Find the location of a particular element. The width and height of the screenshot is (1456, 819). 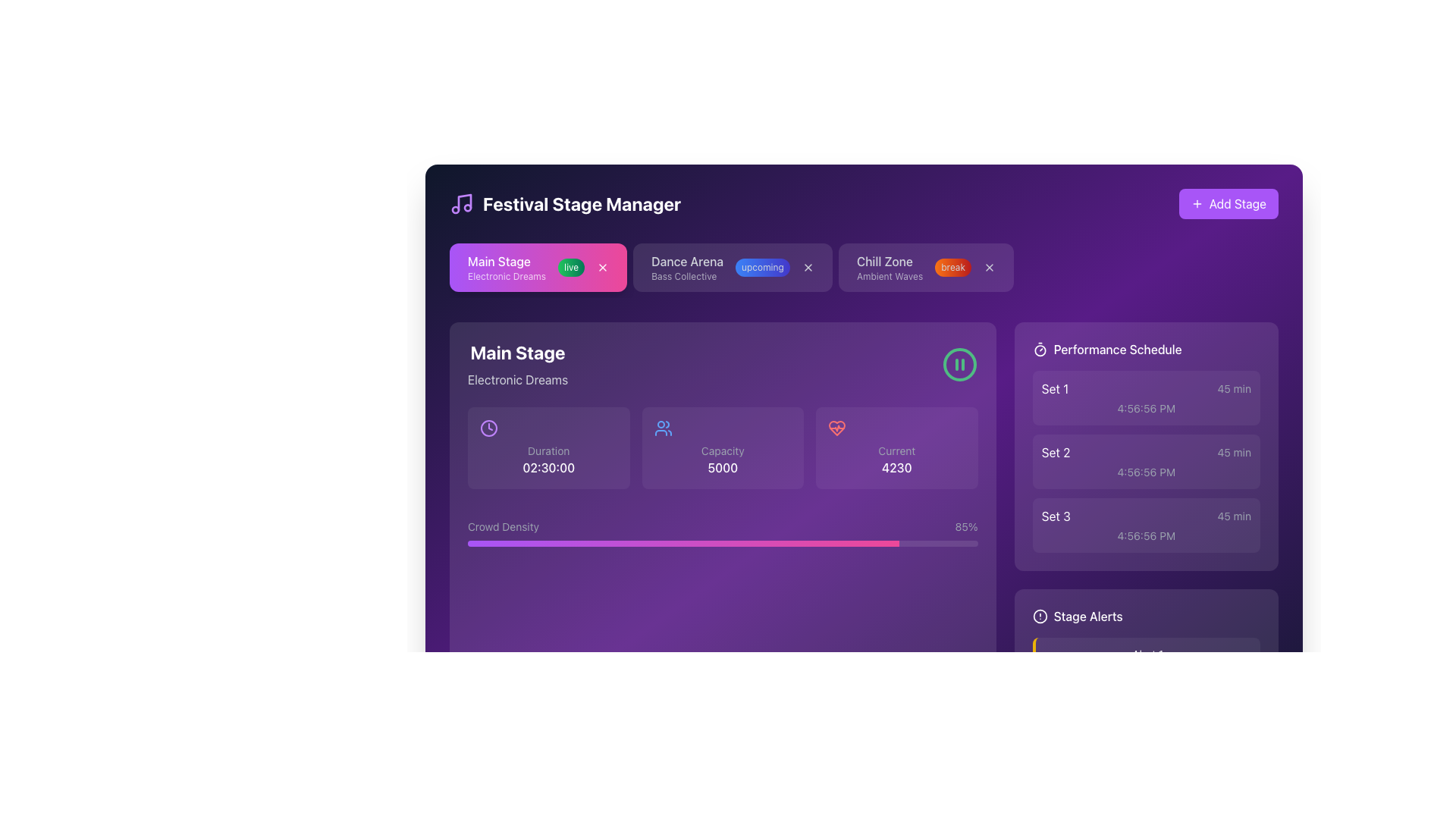

the first scheduled item in the 'Performance Schedule' section, which displays the set number and its duration is located at coordinates (1146, 388).